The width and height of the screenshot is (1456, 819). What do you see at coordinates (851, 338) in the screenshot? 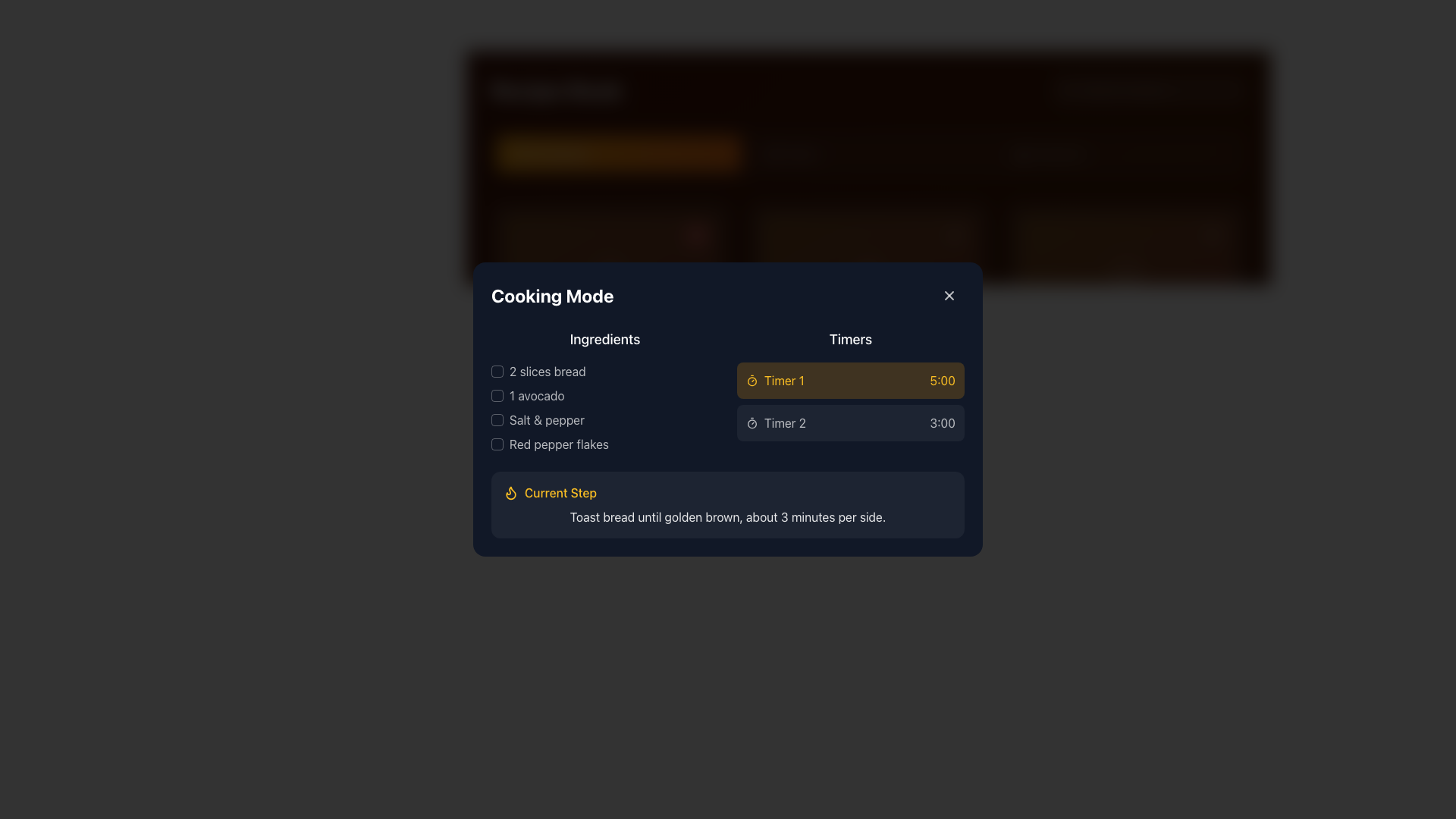
I see `the heading label for the timers section located at the top right of the modal dialog` at bounding box center [851, 338].